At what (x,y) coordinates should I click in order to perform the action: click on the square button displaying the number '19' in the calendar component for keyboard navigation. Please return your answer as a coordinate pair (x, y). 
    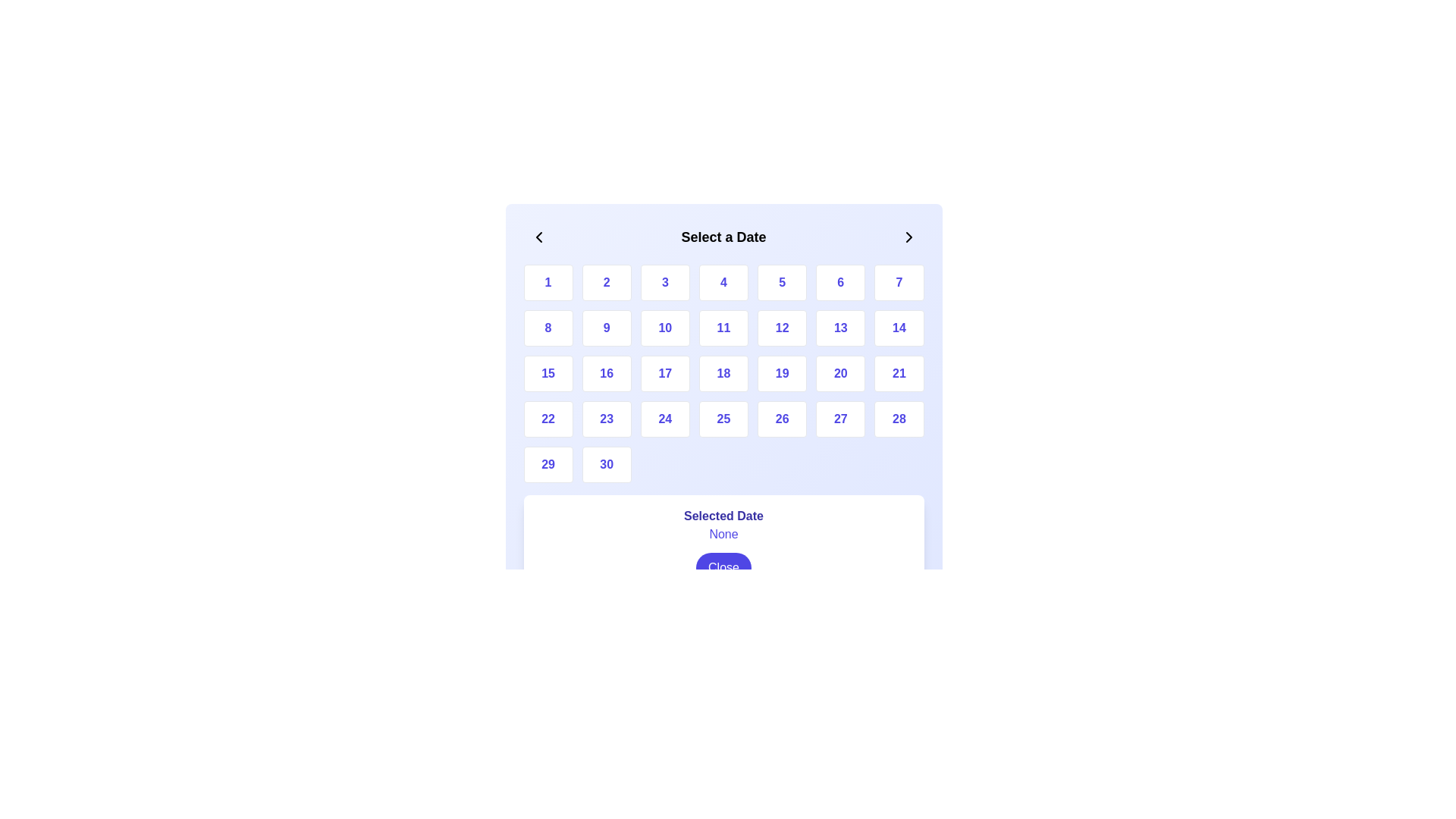
    Looking at the image, I should click on (782, 374).